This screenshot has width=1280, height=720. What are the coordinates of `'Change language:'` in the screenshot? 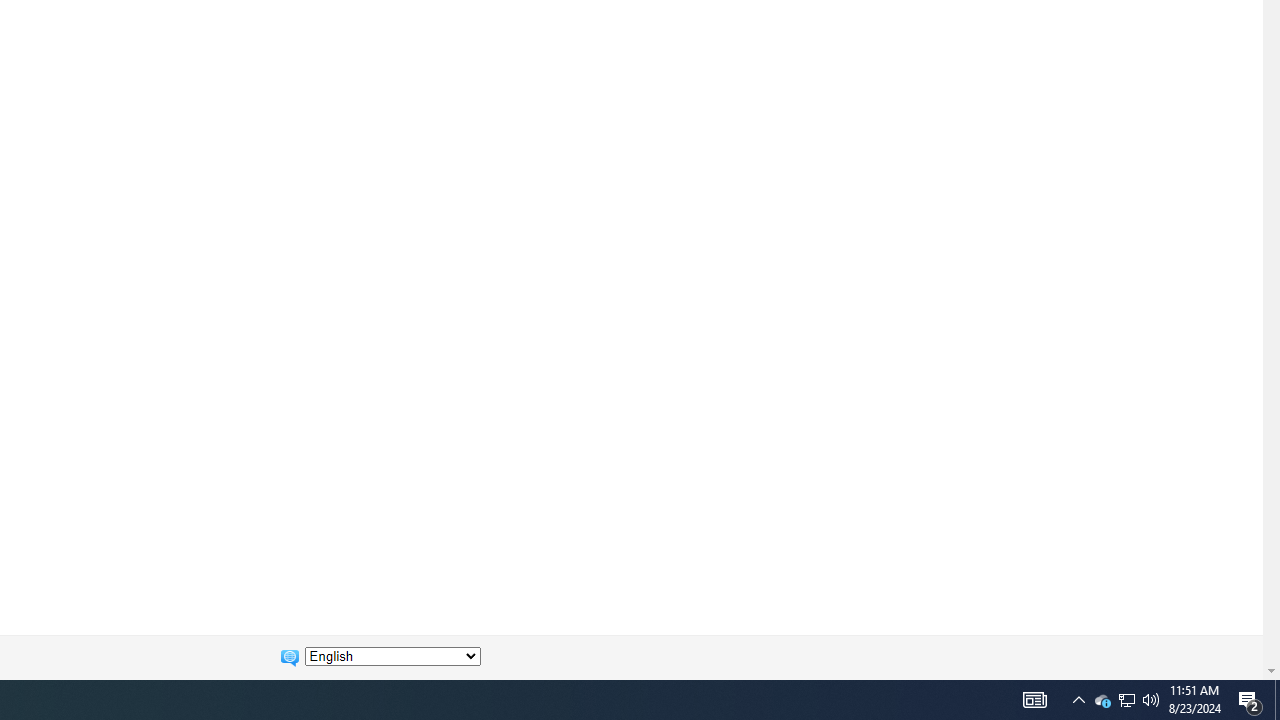 It's located at (392, 656).